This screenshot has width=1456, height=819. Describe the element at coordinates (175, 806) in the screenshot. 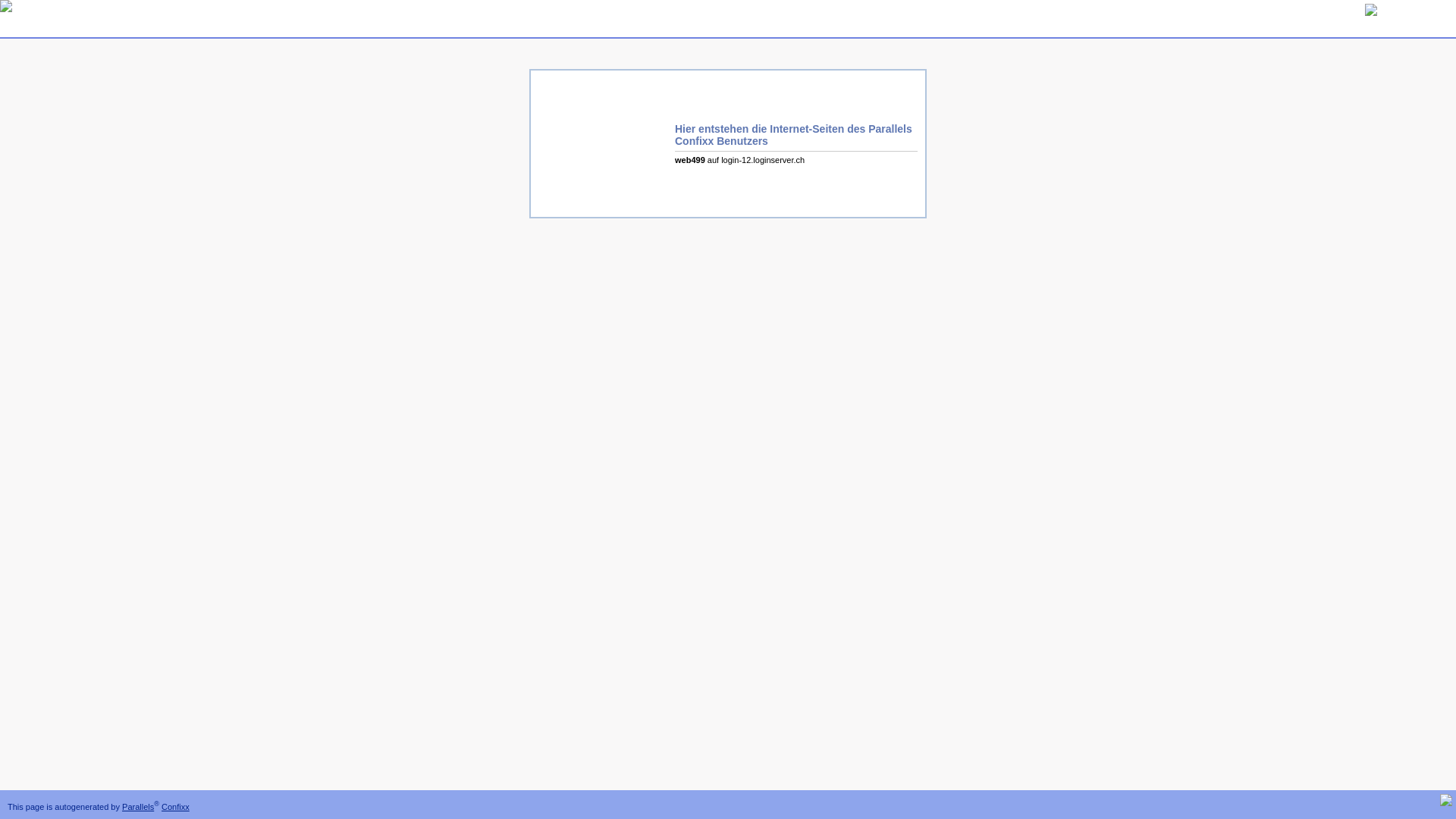

I see `'Confixx'` at that location.